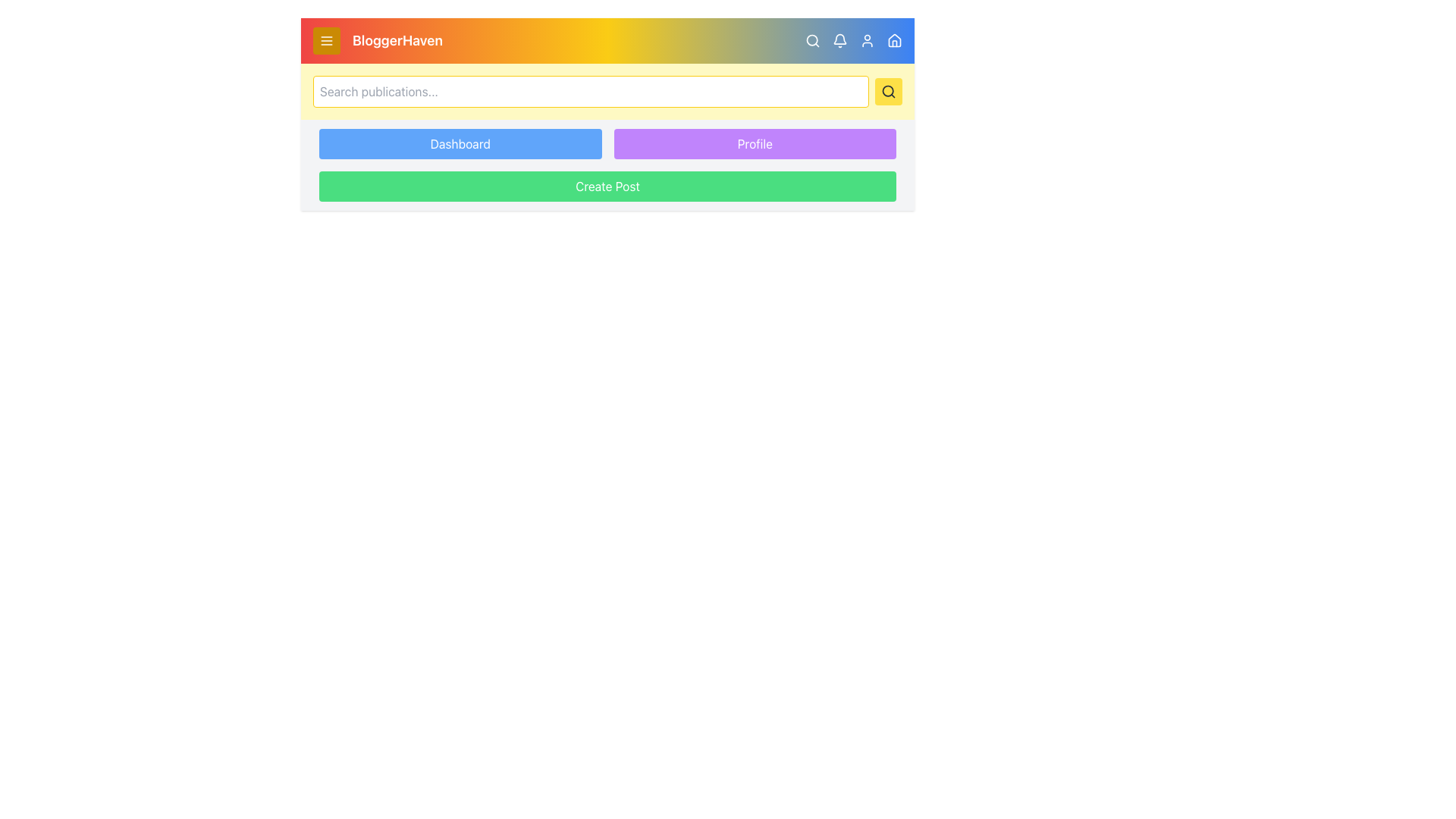 This screenshot has width=1456, height=819. Describe the element at coordinates (460, 143) in the screenshot. I see `the 'Dashboard' button with a blue background and rounded corners` at that location.